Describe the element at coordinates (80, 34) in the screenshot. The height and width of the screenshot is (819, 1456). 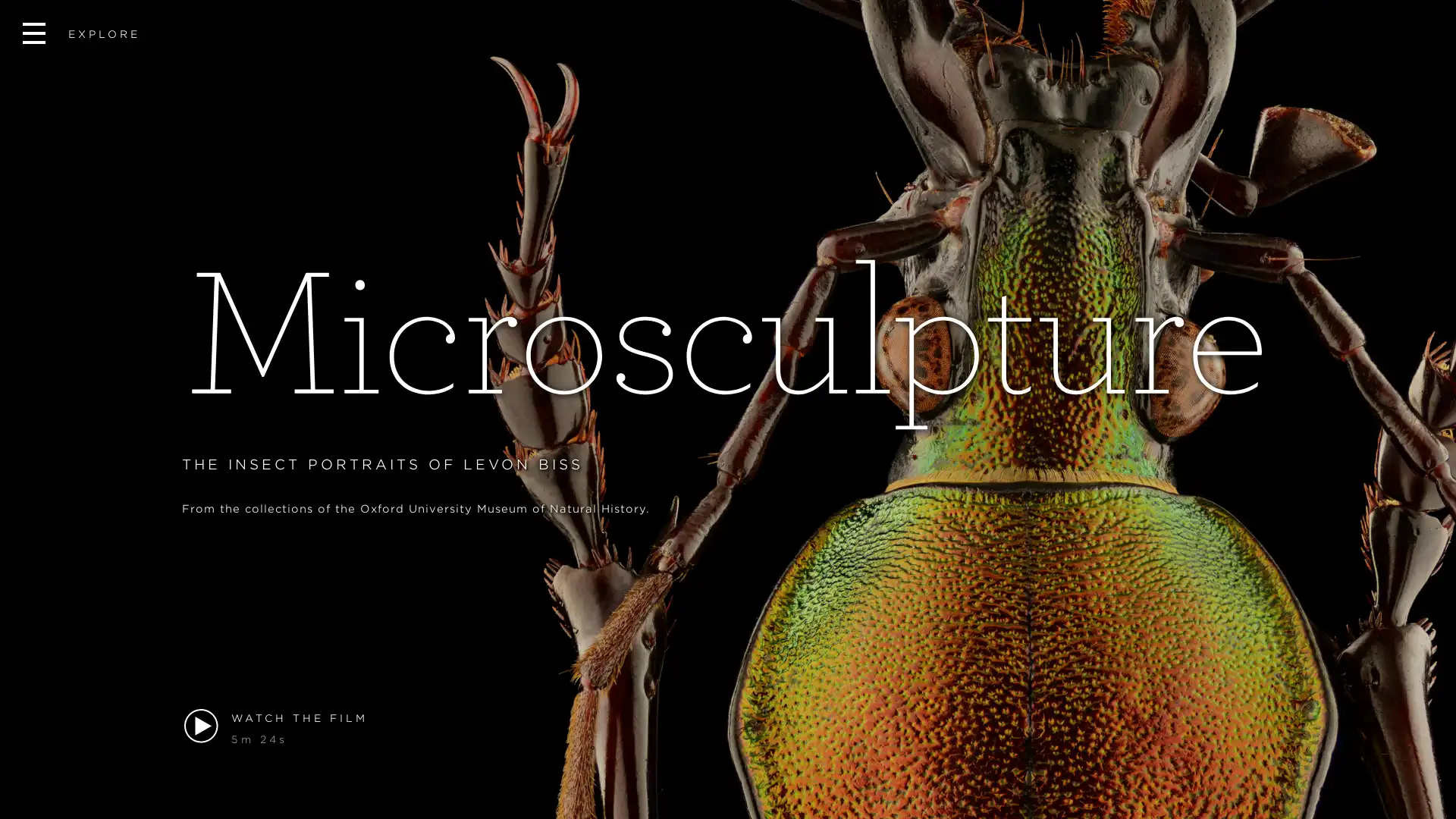
I see `EXPLORE` at that location.